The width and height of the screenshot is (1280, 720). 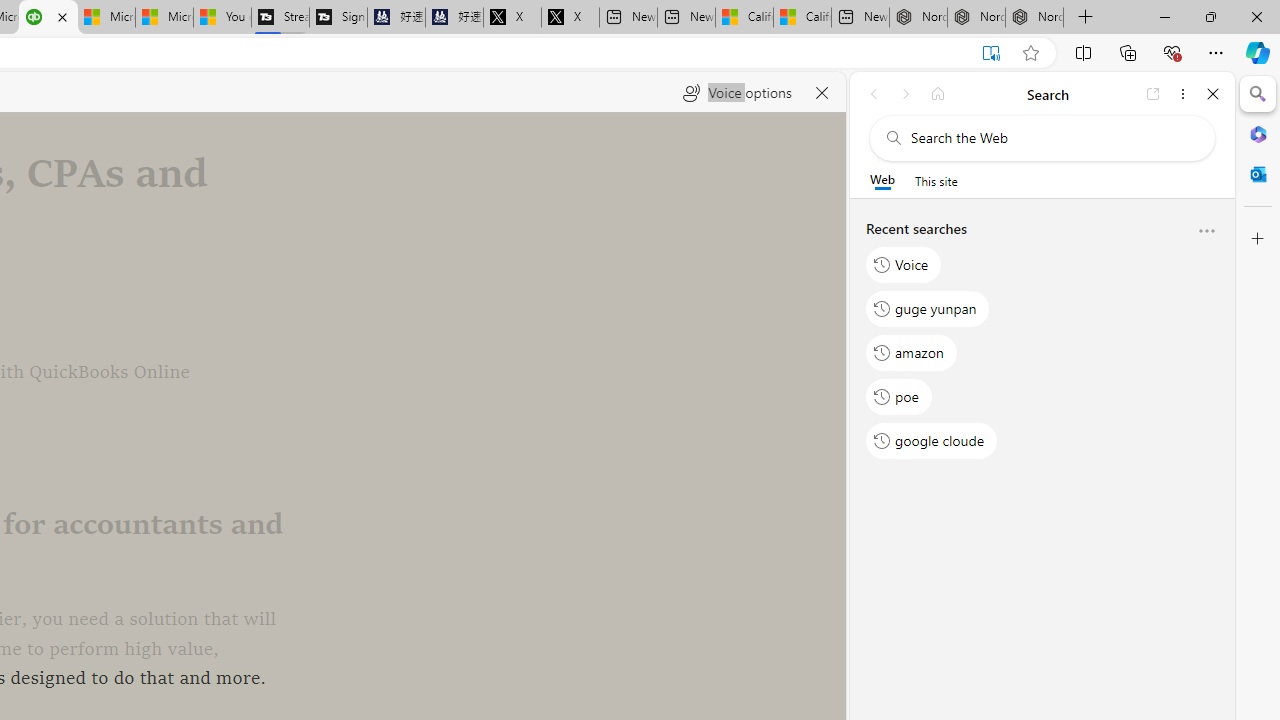 What do you see at coordinates (911, 351) in the screenshot?
I see `'amazon'` at bounding box center [911, 351].